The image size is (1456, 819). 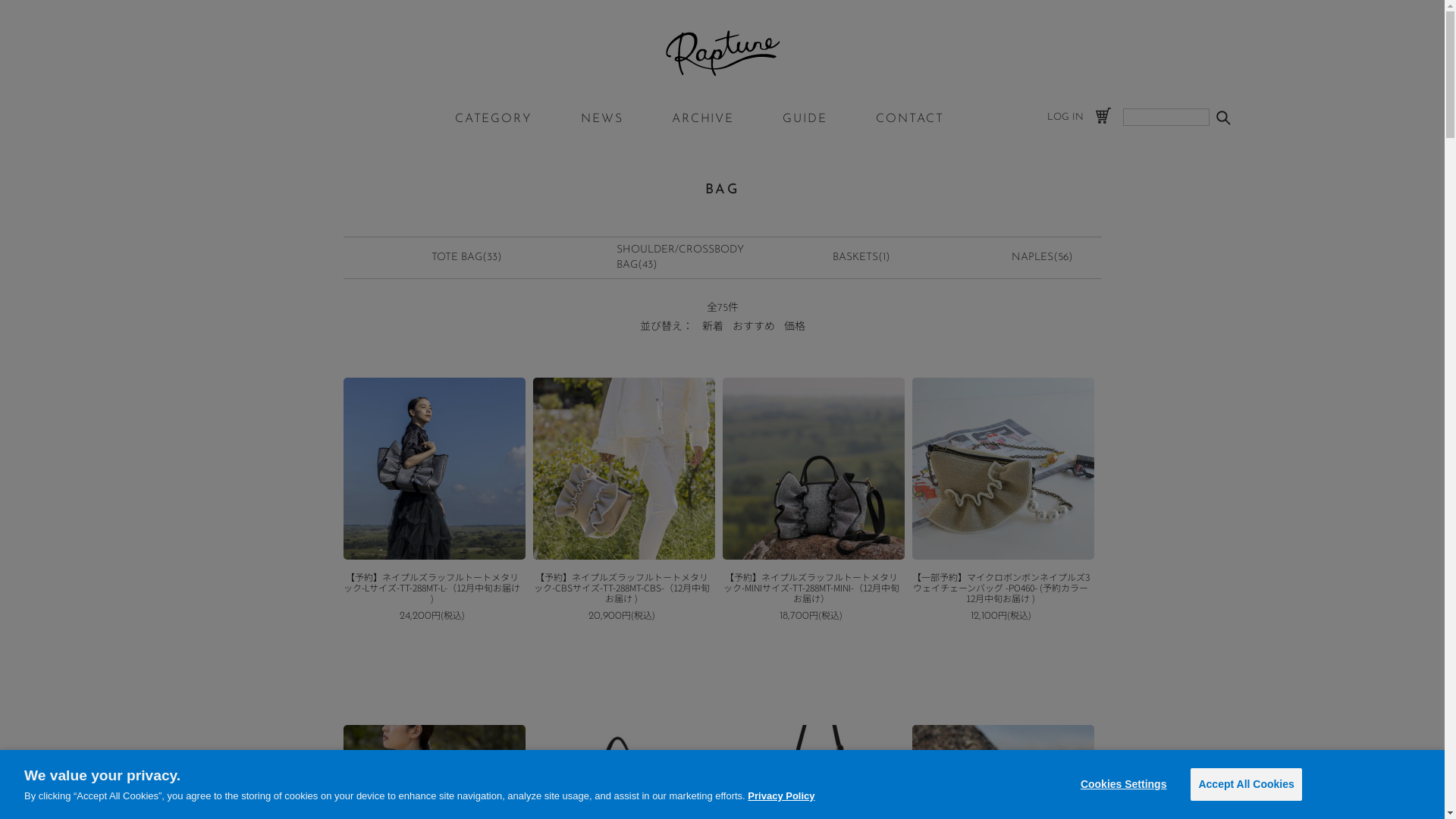 What do you see at coordinates (494, 118) in the screenshot?
I see `'CATEGORY'` at bounding box center [494, 118].